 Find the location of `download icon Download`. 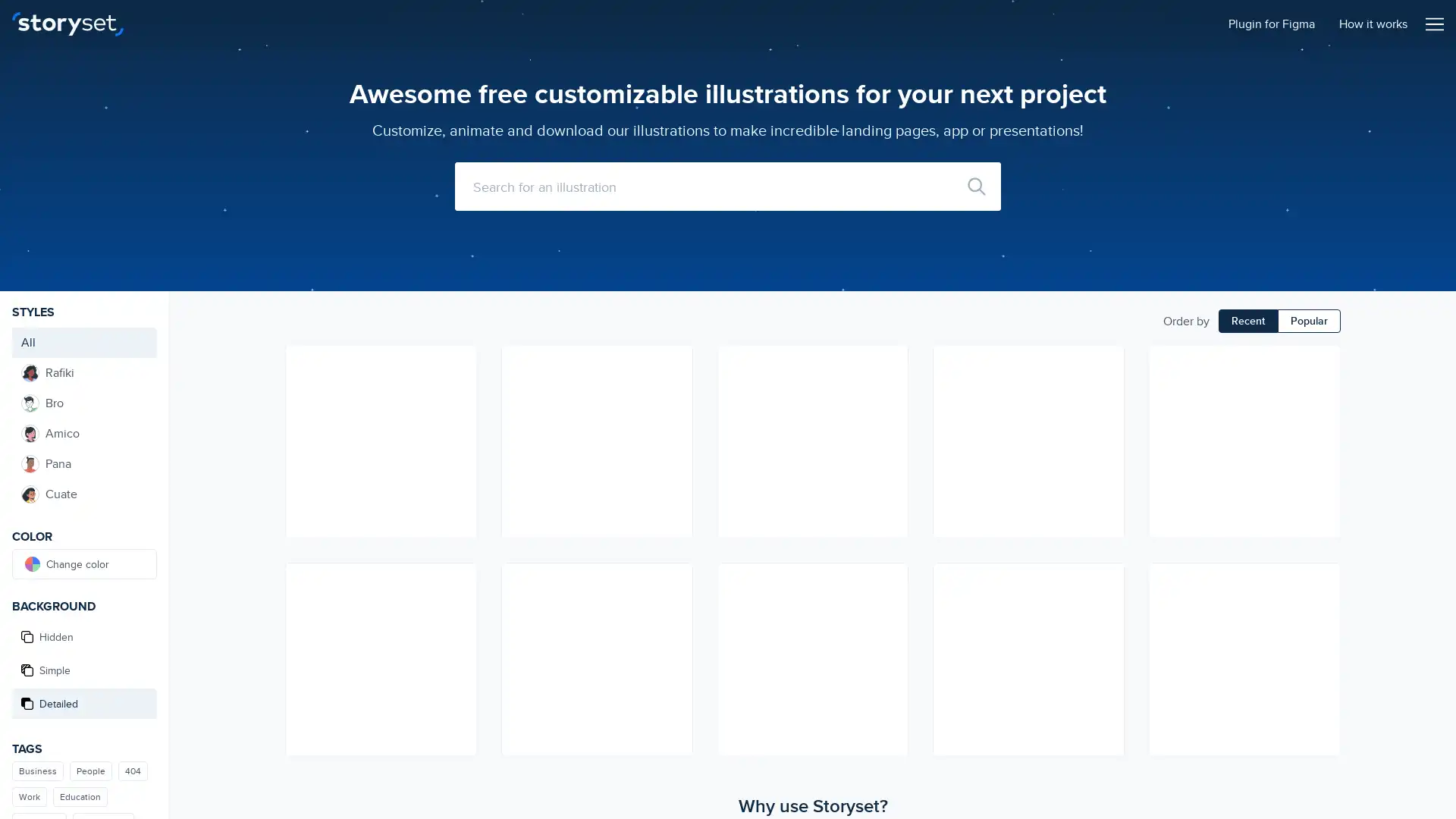

download icon Download is located at coordinates (1320, 607).